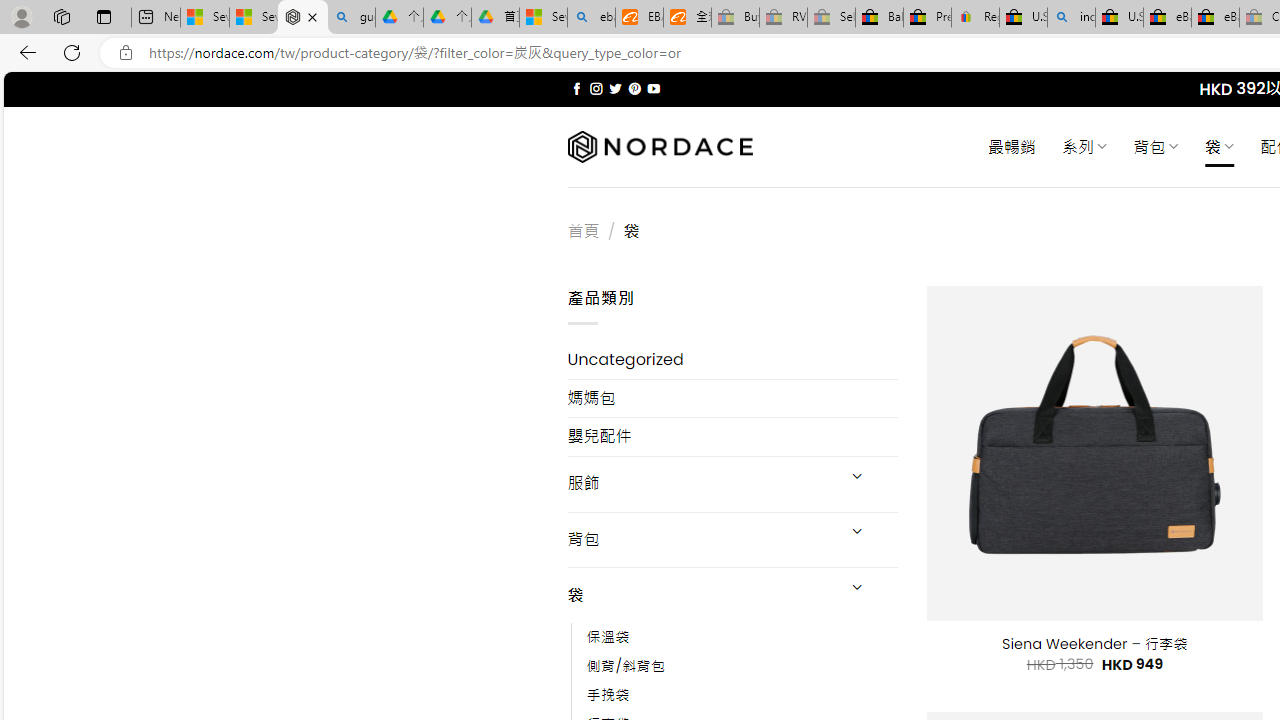 The image size is (1280, 720). Describe the element at coordinates (576, 88) in the screenshot. I see `'Follow on Facebook'` at that location.